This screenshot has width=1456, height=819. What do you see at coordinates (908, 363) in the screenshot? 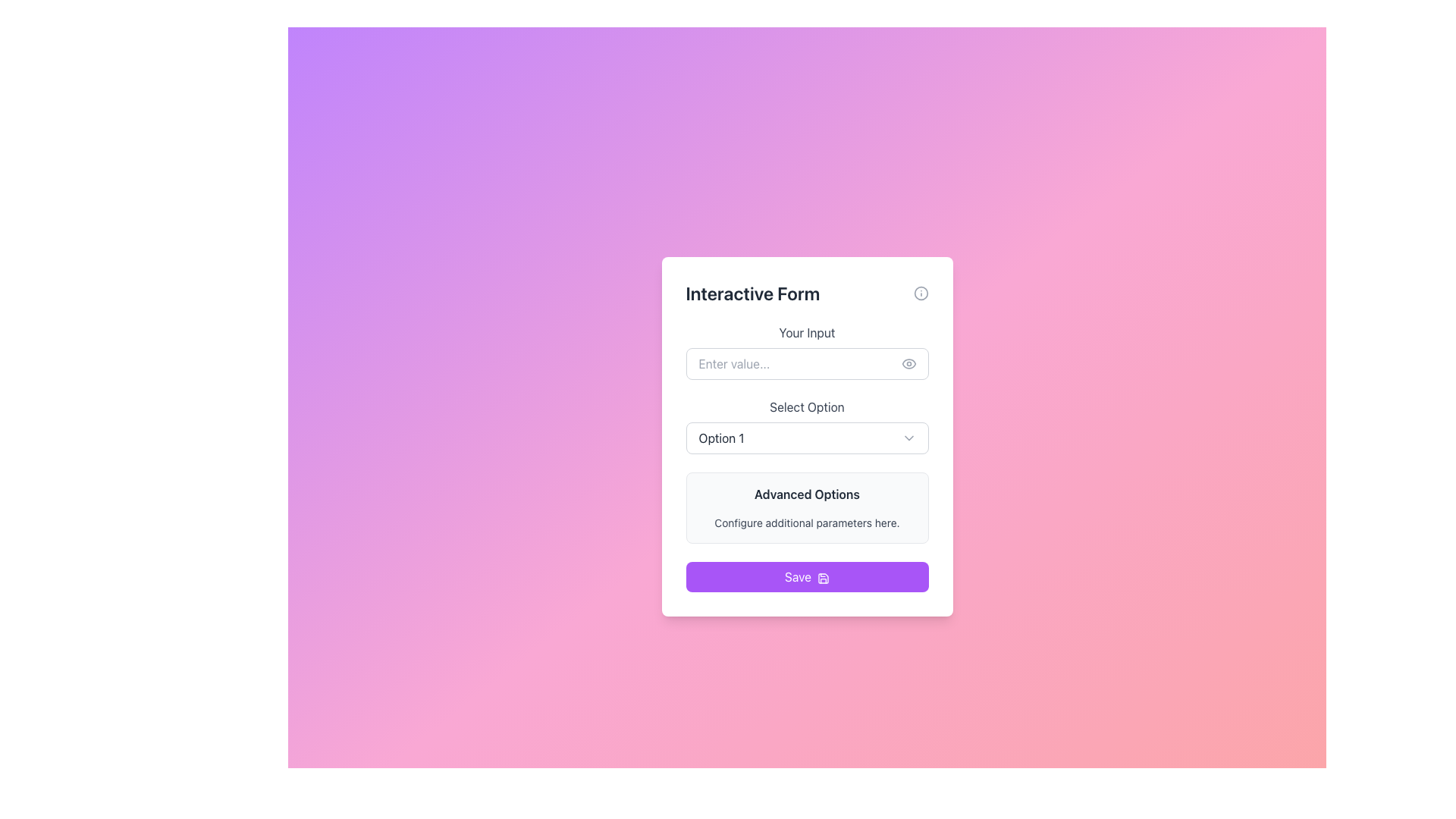
I see `the Toggle visibility icon located to the right of the 'Enter value...' input field` at bounding box center [908, 363].